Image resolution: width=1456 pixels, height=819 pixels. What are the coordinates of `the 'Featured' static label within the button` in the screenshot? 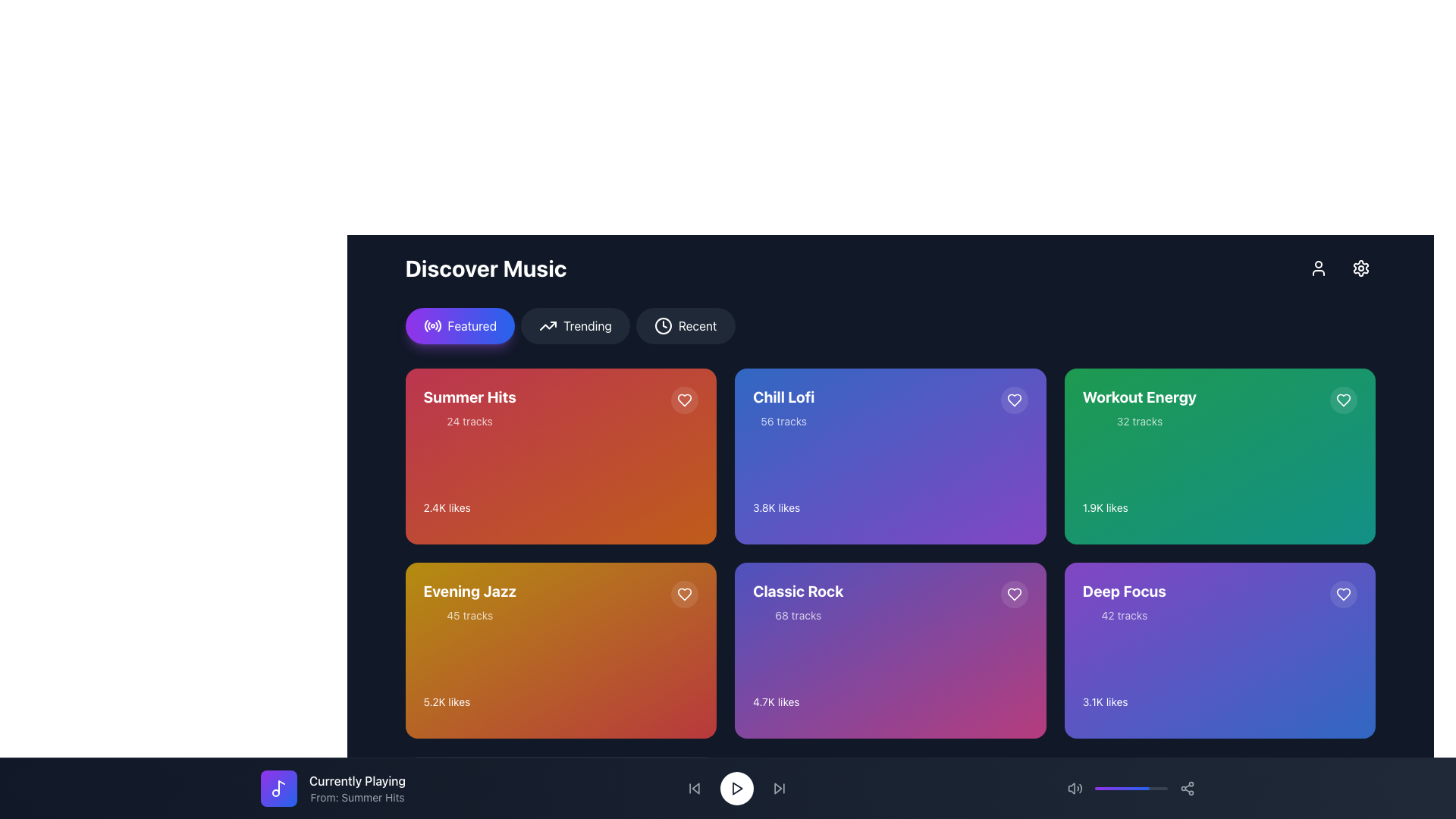 It's located at (471, 325).